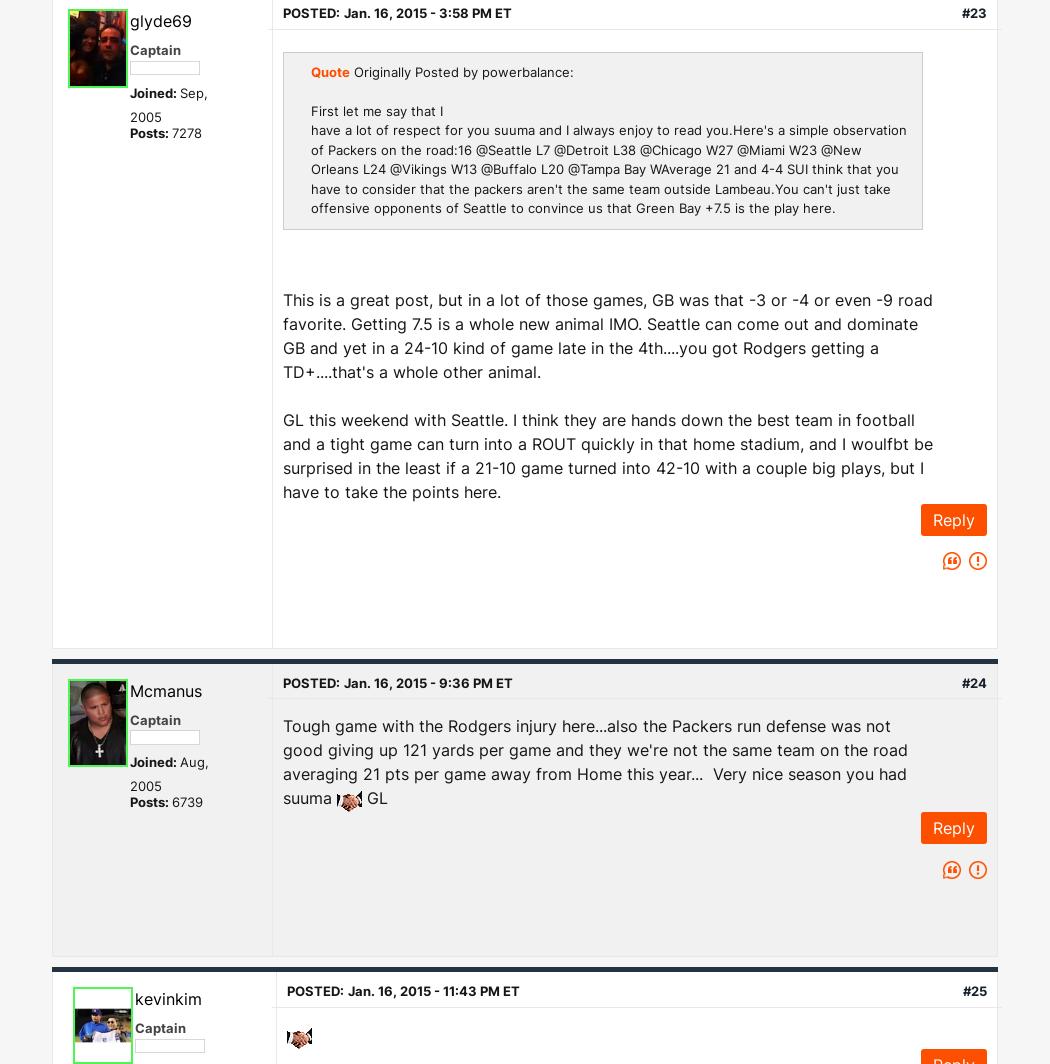  What do you see at coordinates (607, 334) in the screenshot?
I see `'This is a great post, but in a lot of those games, GB was that -3 or -4 or even -9 road favorite. Getting 7.5 is a whole new animal IMO. Seattle can come out and dominate GB and yet in a 24-10 kind of game late in the 4th....you got Rodgers getting a TD+....that's a whole other animal.'` at bounding box center [607, 334].